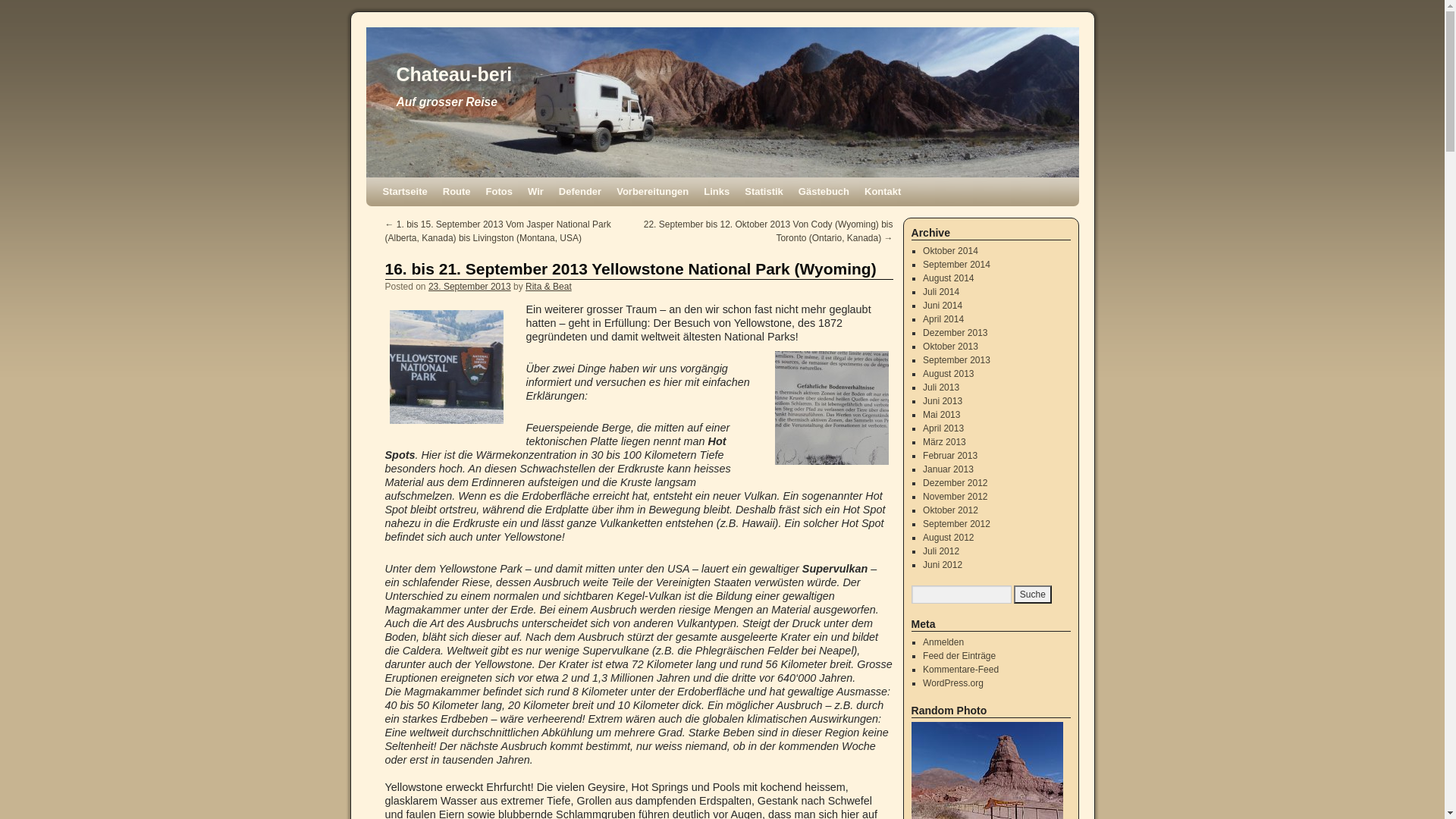 The width and height of the screenshot is (1456, 819). Describe the element at coordinates (453, 74) in the screenshot. I see `'Chateau-beri'` at that location.